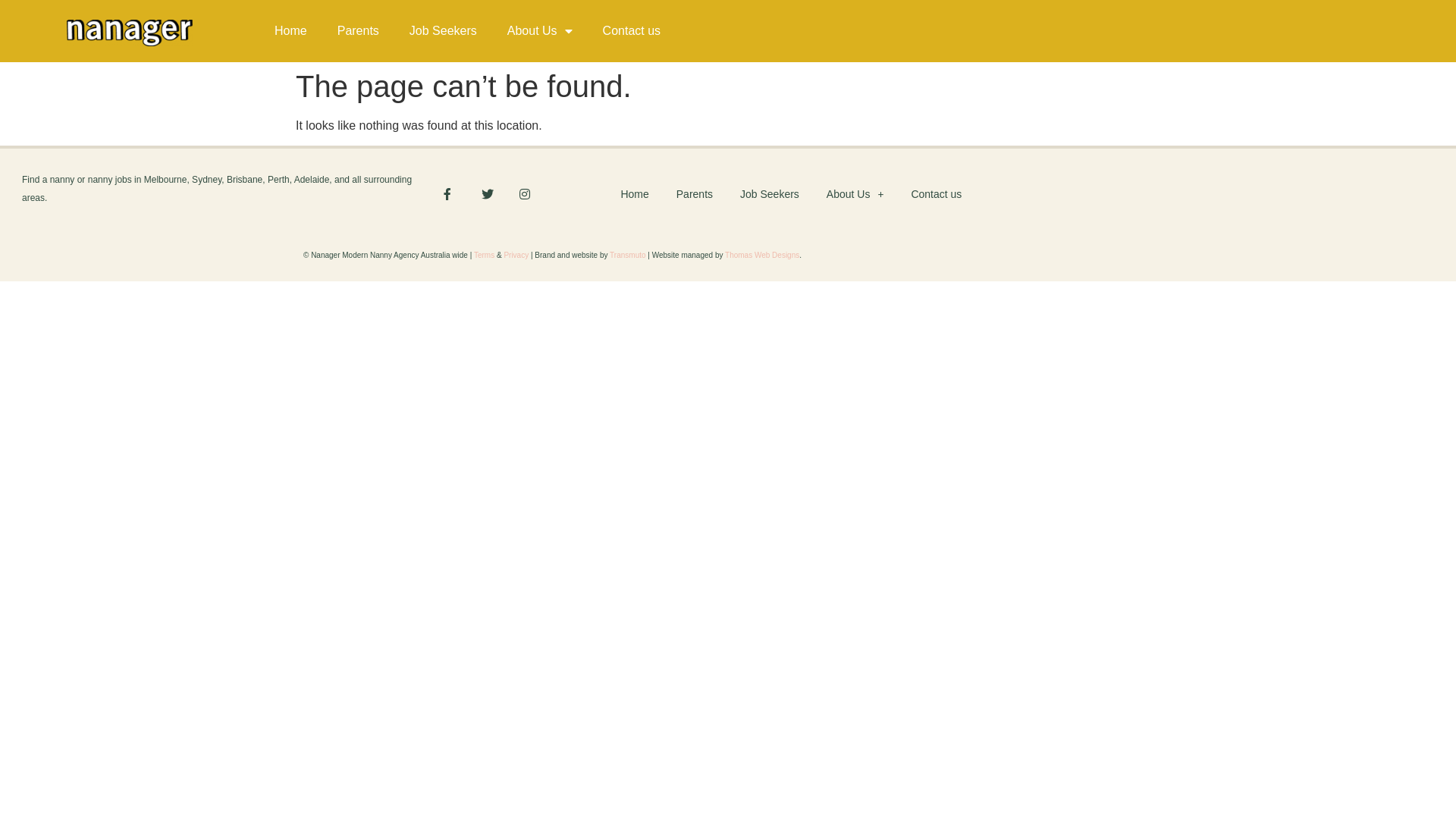  Describe the element at coordinates (539, 31) in the screenshot. I see `'About Us'` at that location.